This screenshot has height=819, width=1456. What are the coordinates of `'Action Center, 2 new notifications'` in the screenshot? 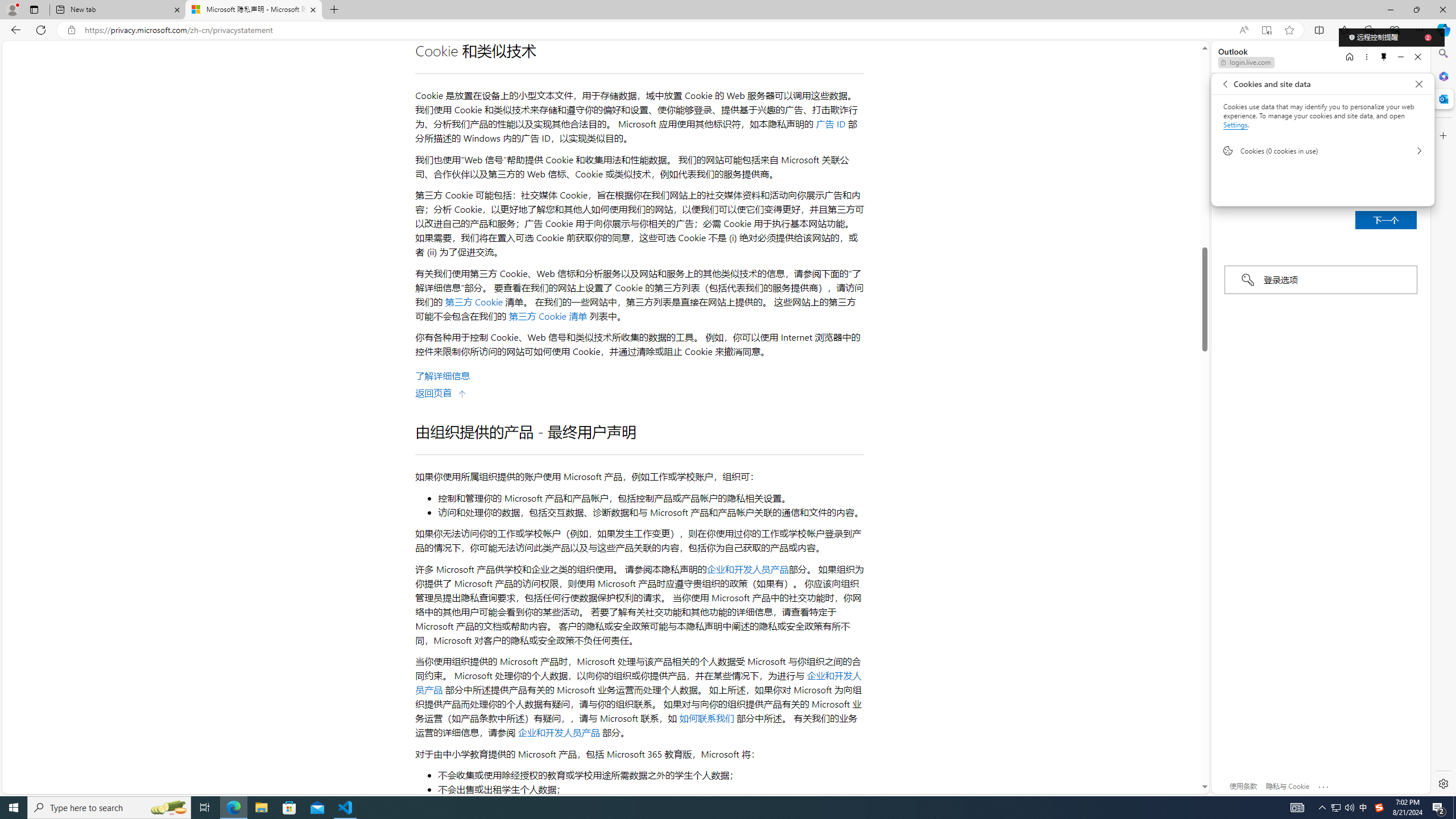 It's located at (1439, 806).